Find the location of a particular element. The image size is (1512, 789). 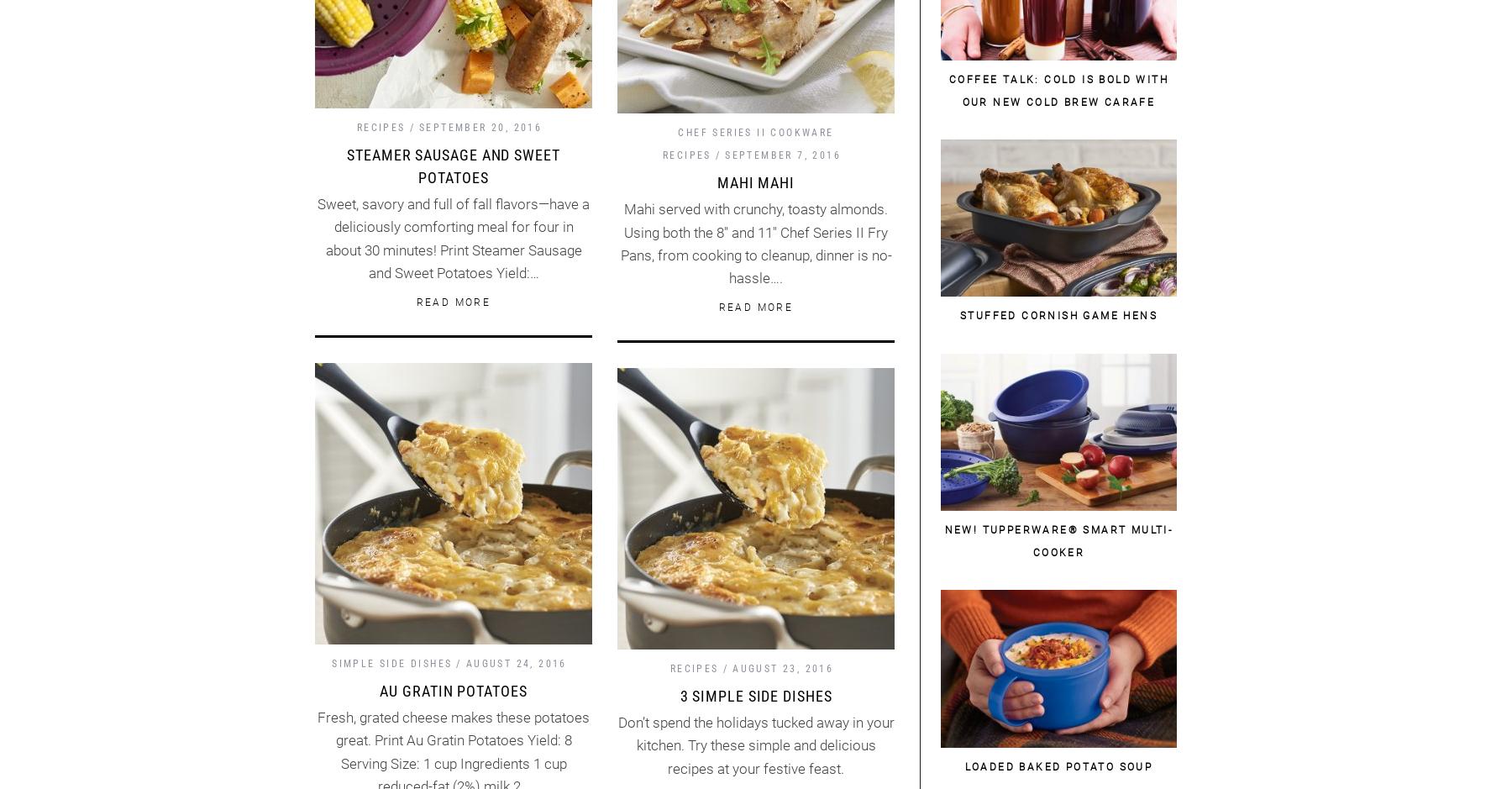

'Loaded Baked Potato Soup' is located at coordinates (963, 765).